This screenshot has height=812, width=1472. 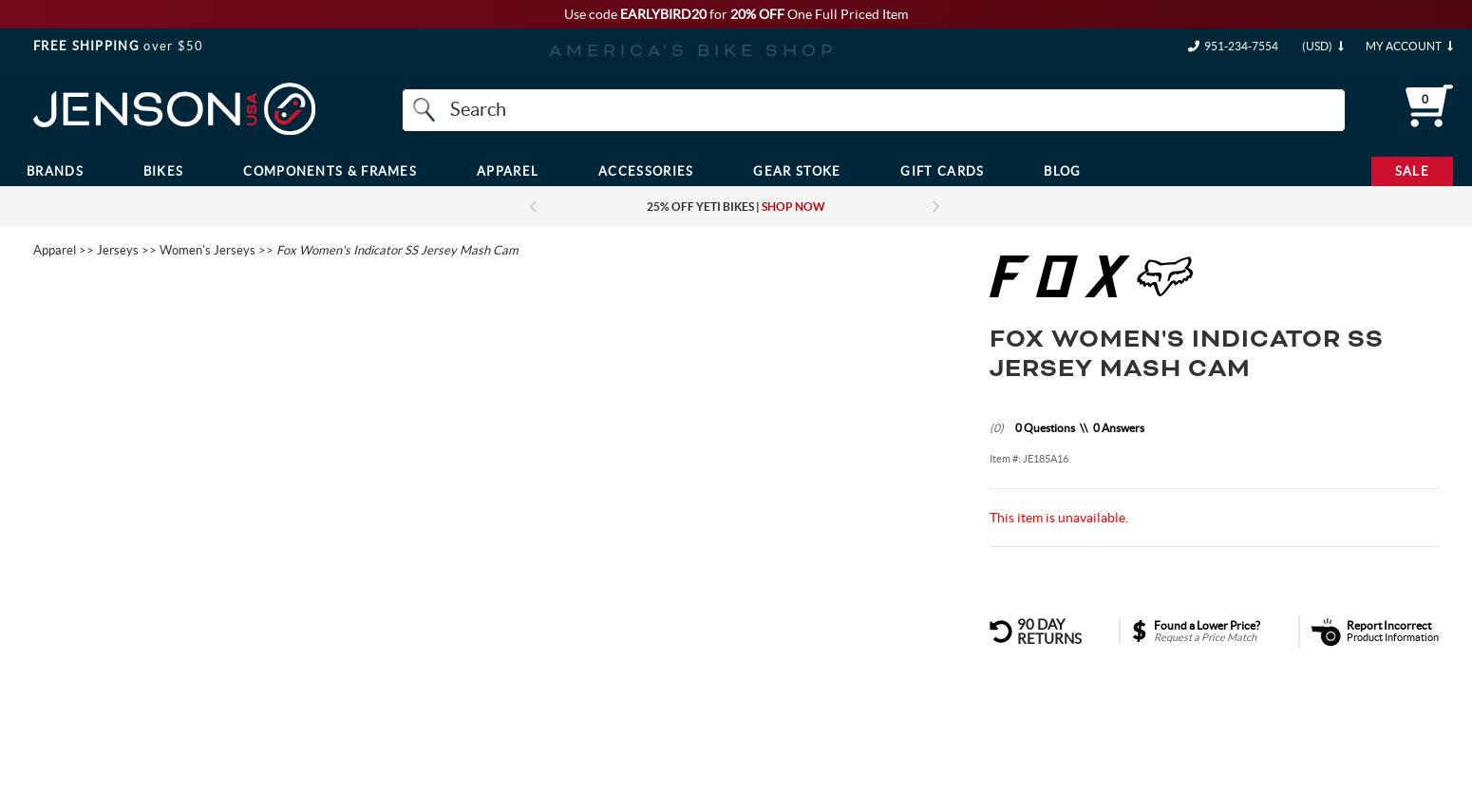 I want to click on 'for', so click(x=718, y=13).